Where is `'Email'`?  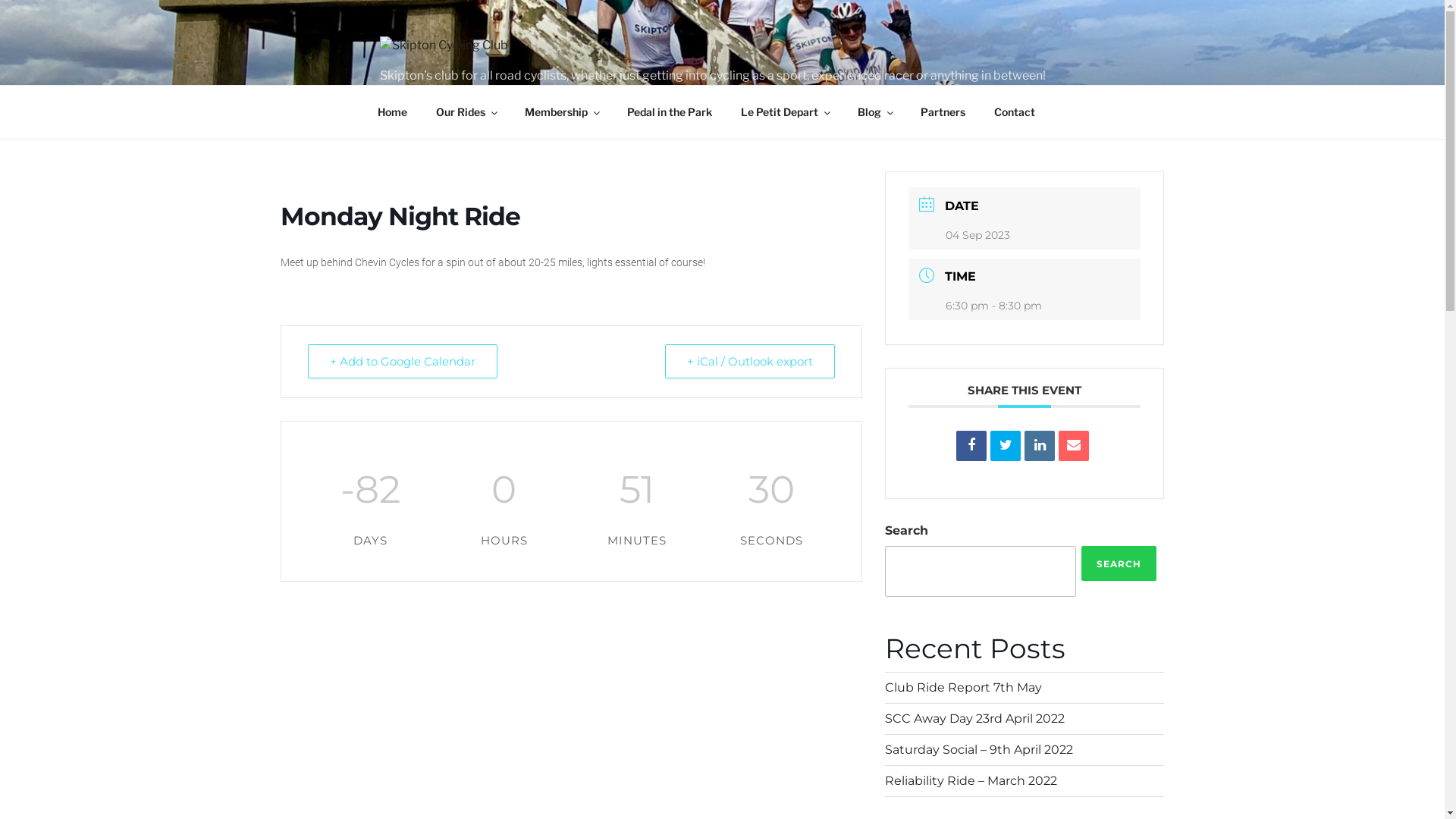
'Email' is located at coordinates (1073, 444).